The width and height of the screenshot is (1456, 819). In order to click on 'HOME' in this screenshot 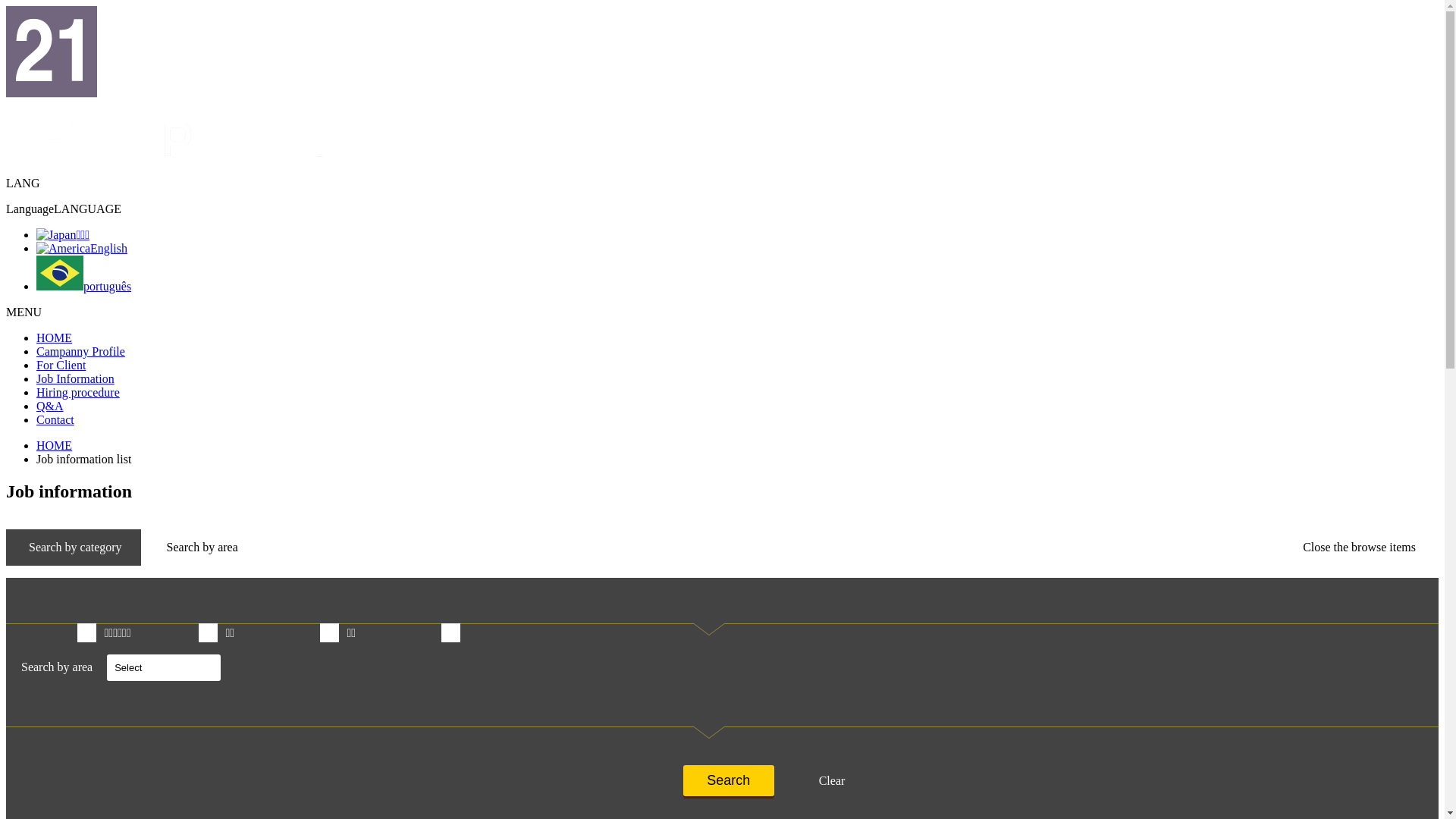, I will do `click(54, 444)`.